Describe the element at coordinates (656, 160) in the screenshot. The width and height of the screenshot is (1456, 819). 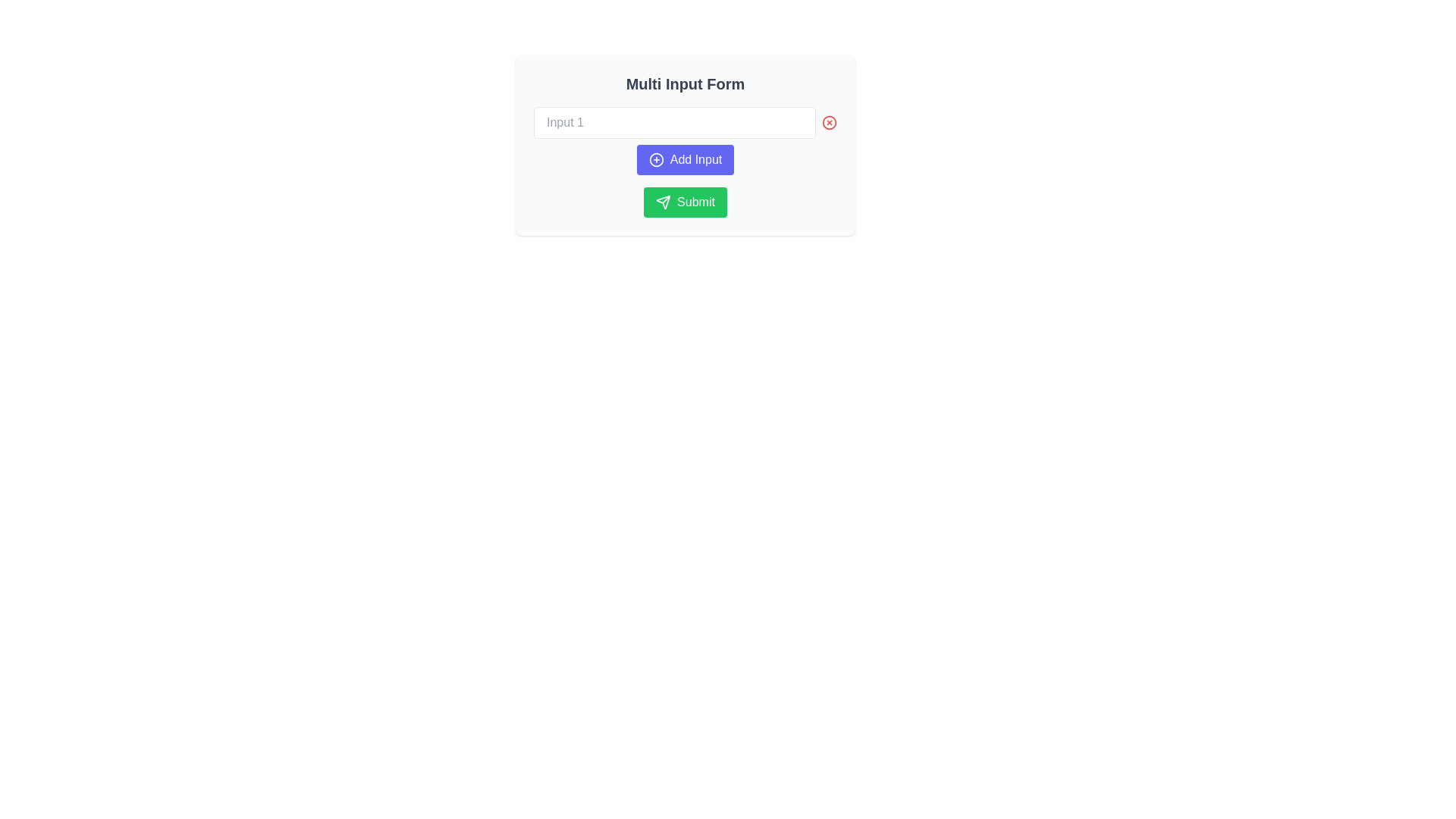
I see `the circular icon with a plus sign located within the 'Add Input' button, positioned to the left of the text 'Add Input'` at that location.